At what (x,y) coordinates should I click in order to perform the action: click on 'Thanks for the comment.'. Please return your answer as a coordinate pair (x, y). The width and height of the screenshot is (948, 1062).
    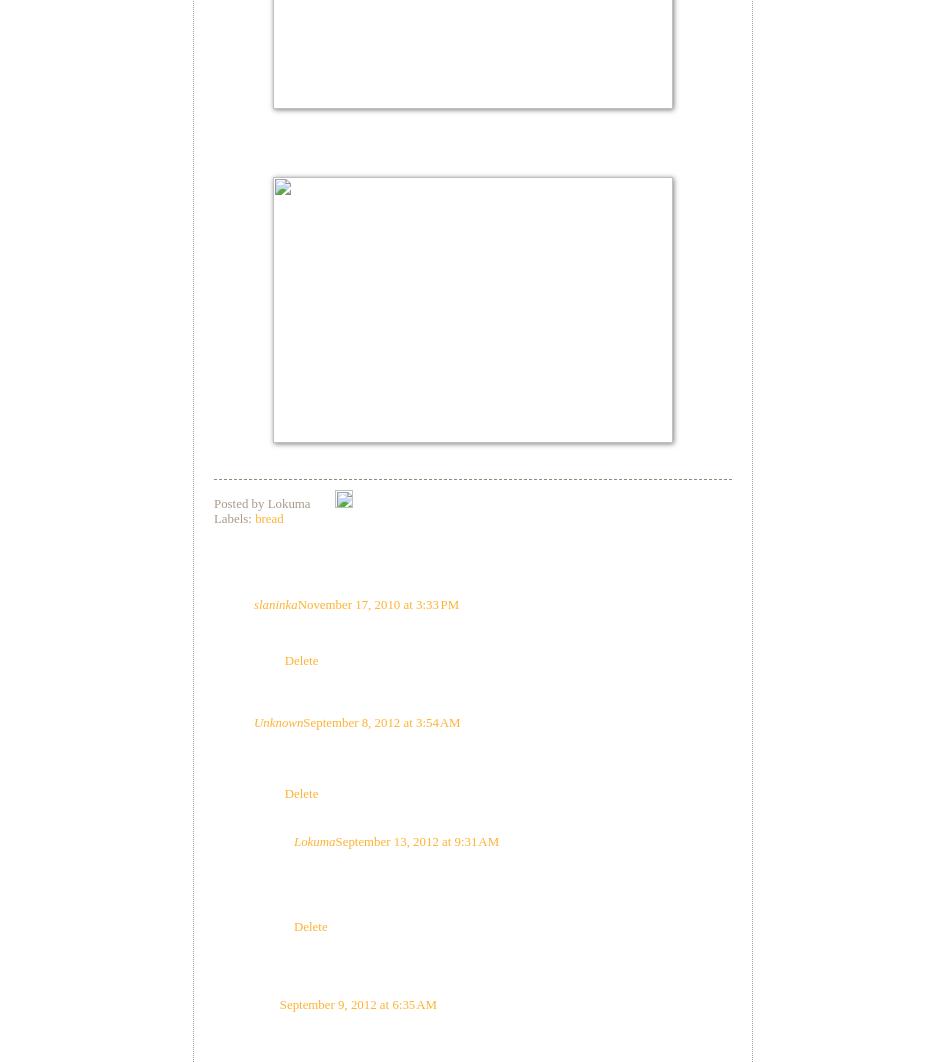
    Looking at the image, I should click on (357, 897).